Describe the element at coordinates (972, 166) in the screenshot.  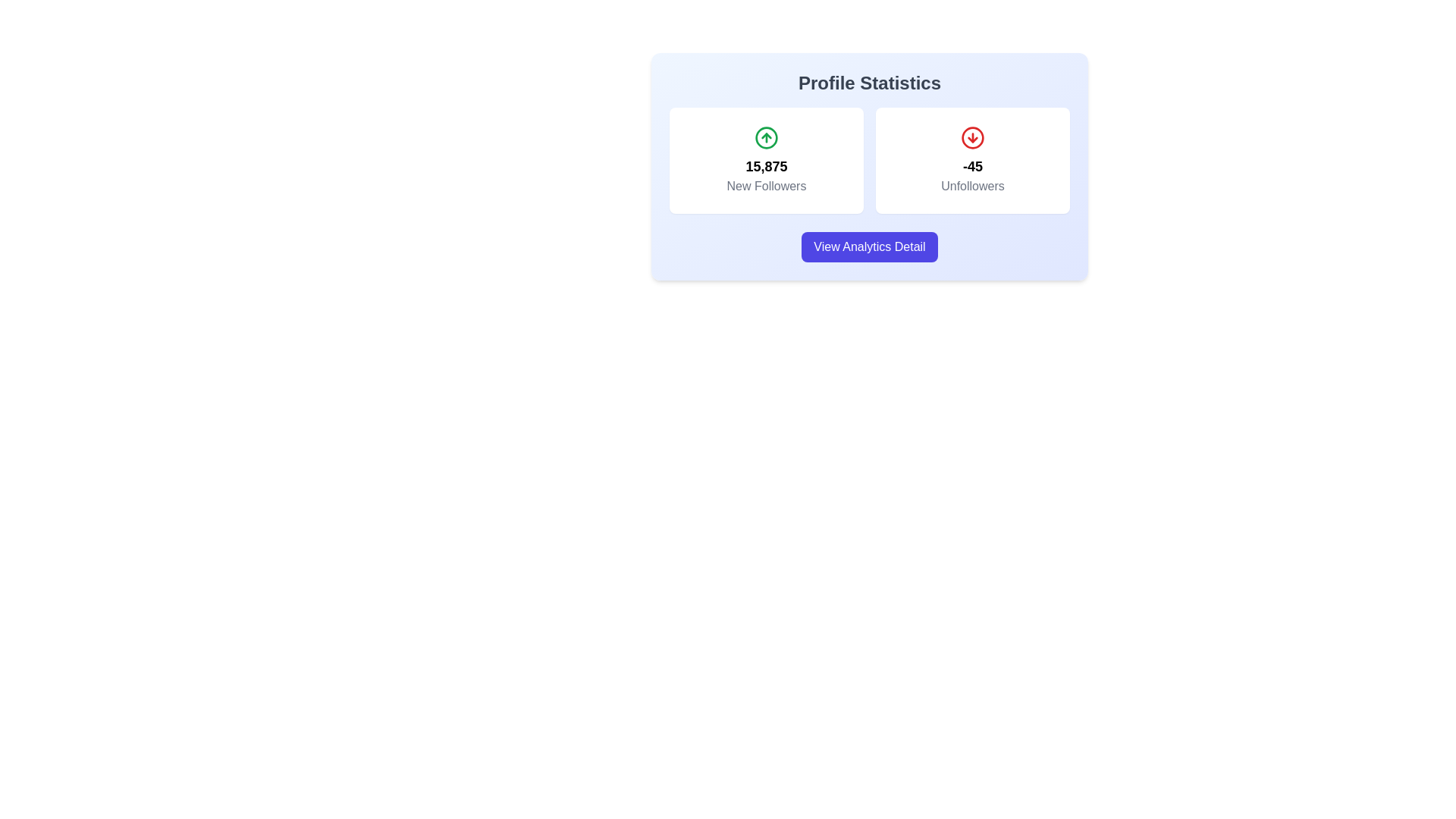
I see `the 'Unfollowers' text label that displays a numerical count, located centrally within the right-hand box below a downward arrow icon` at that location.